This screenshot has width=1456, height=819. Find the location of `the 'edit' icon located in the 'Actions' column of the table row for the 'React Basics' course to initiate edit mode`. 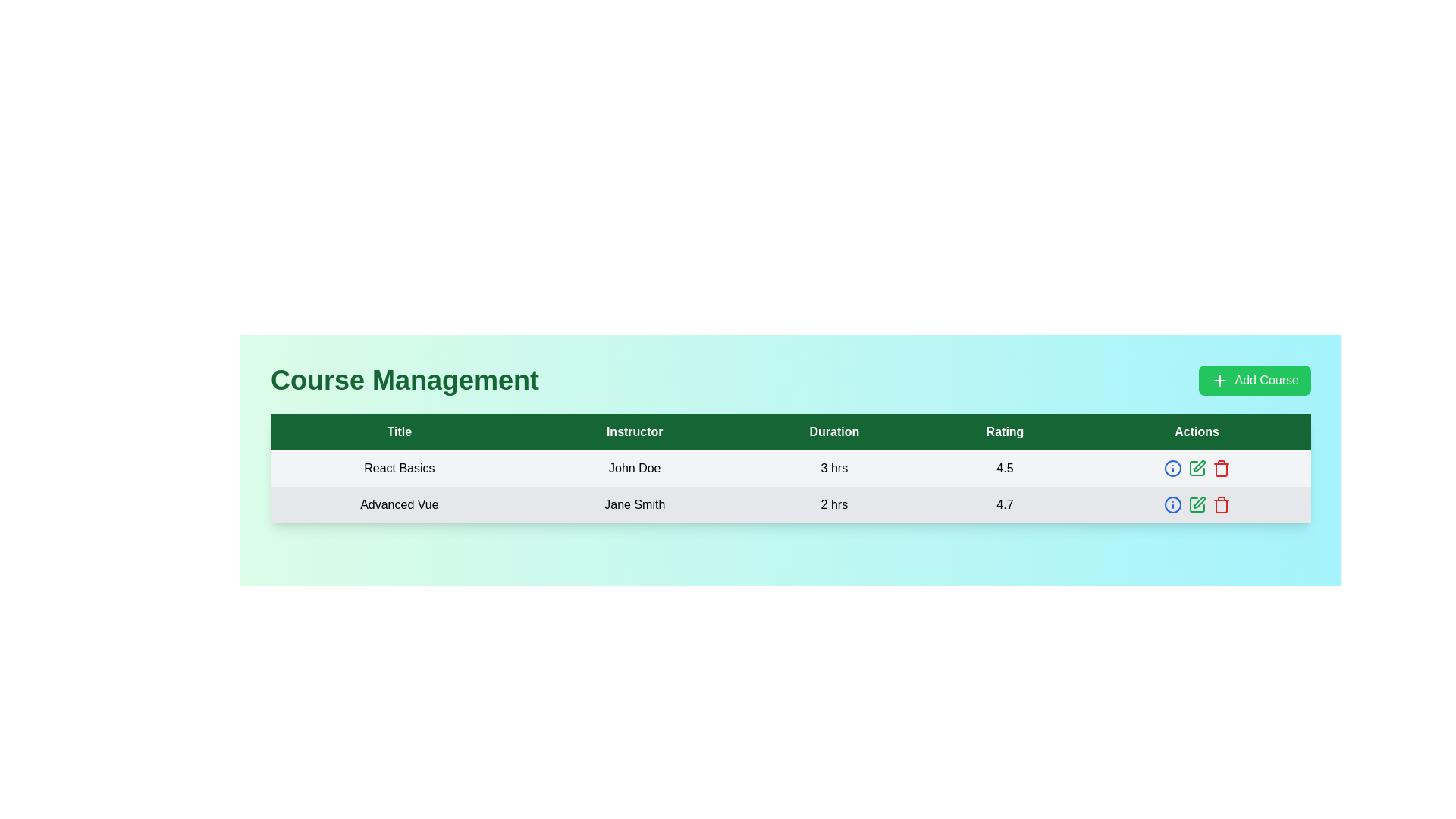

the 'edit' icon located in the 'Actions' column of the table row for the 'React Basics' course to initiate edit mode is located at coordinates (1198, 503).